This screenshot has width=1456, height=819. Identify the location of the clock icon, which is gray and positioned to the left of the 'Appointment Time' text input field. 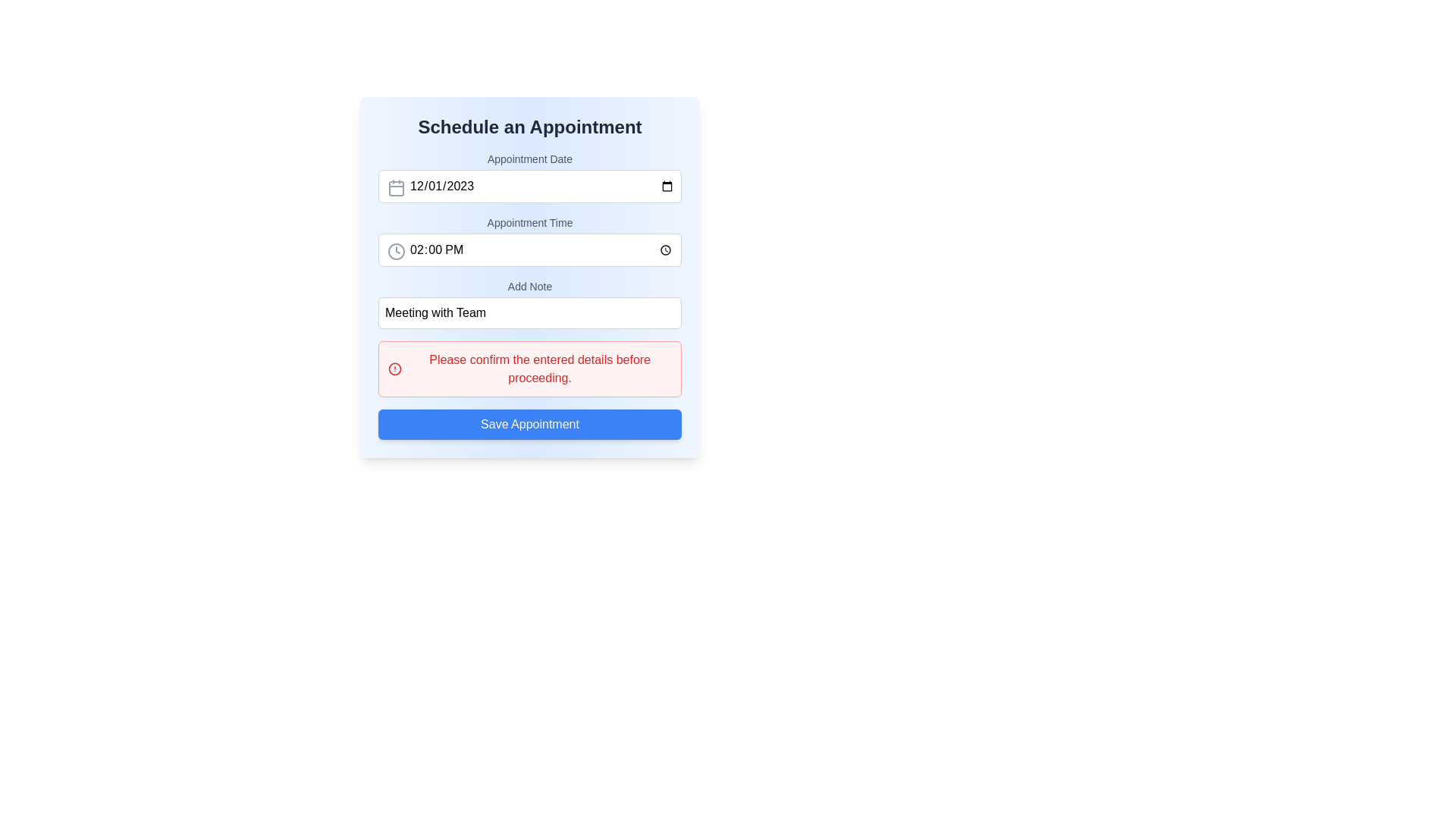
(397, 250).